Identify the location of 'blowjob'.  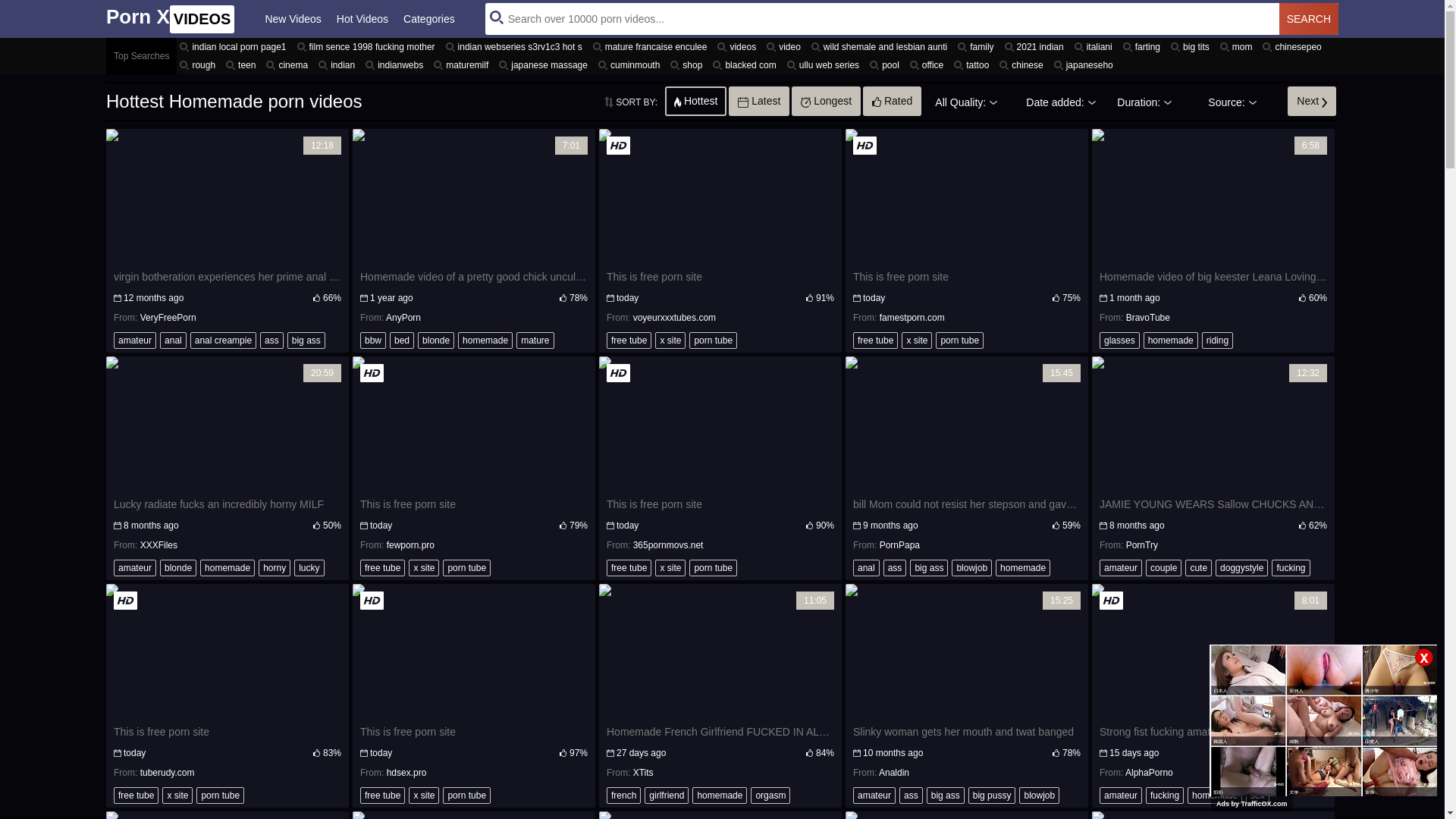
(971, 567).